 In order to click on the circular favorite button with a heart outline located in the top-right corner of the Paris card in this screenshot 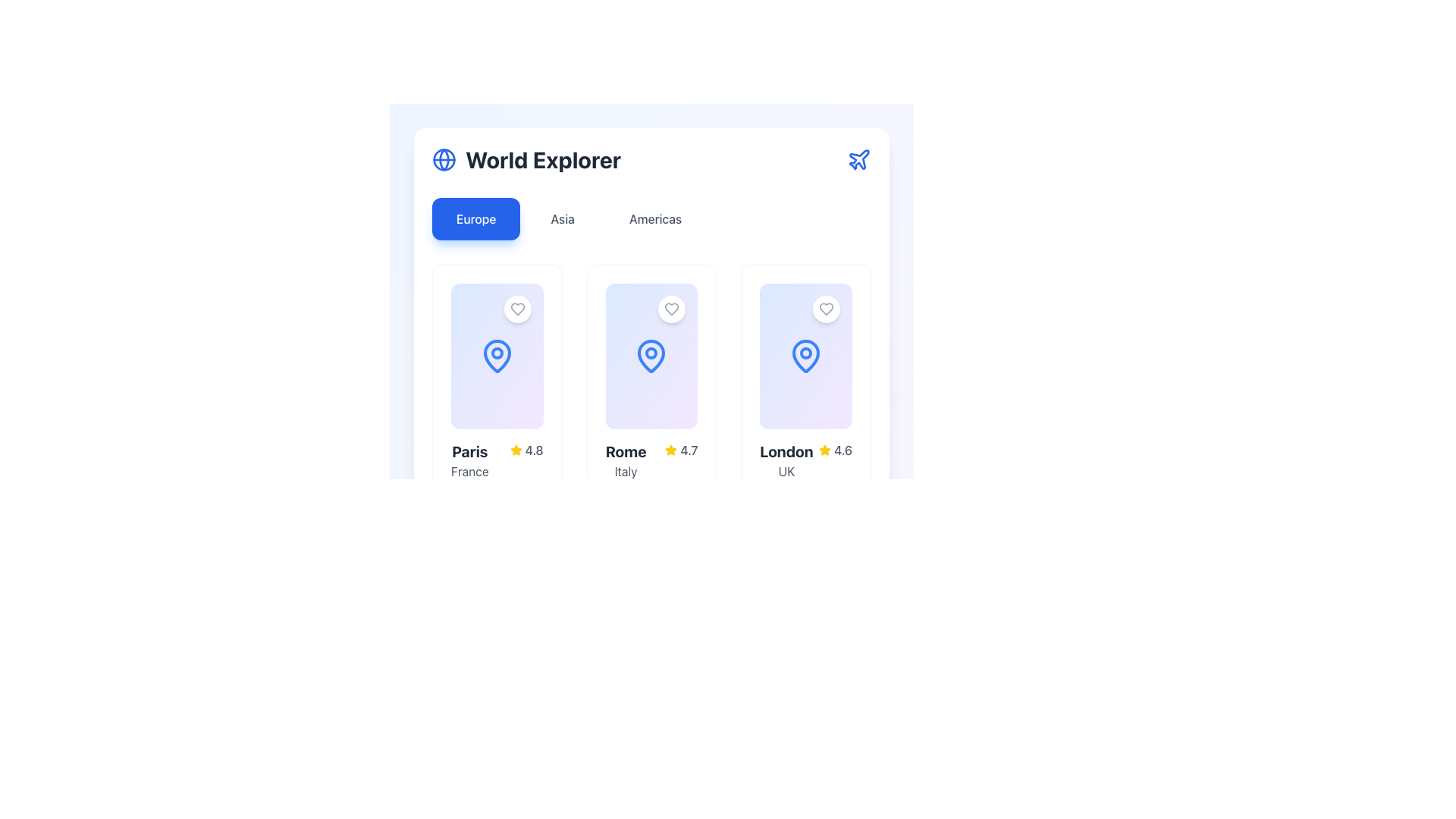, I will do `click(517, 309)`.